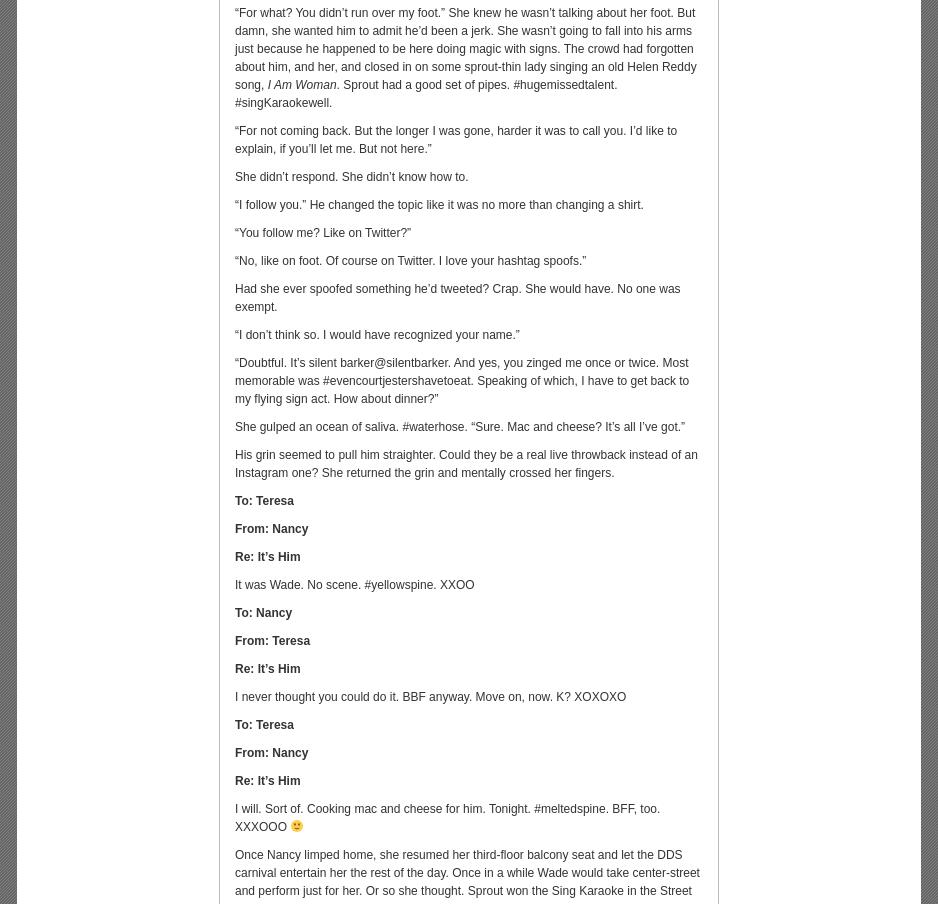 Image resolution: width=938 pixels, height=904 pixels. Describe the element at coordinates (234, 47) in the screenshot. I see `'“For what? You didn’t run over my foot.” She knew he wasn’t talking about her foot. But damn, she wanted him to admit he’d been a jerk. She wasn’t going to fall into his arms just because he happened to be here doing magic with signs. The crowd had forgotten about him, and her, and closed in on some sprout-thin lady singing an old Helen Reddy song,'` at that location.